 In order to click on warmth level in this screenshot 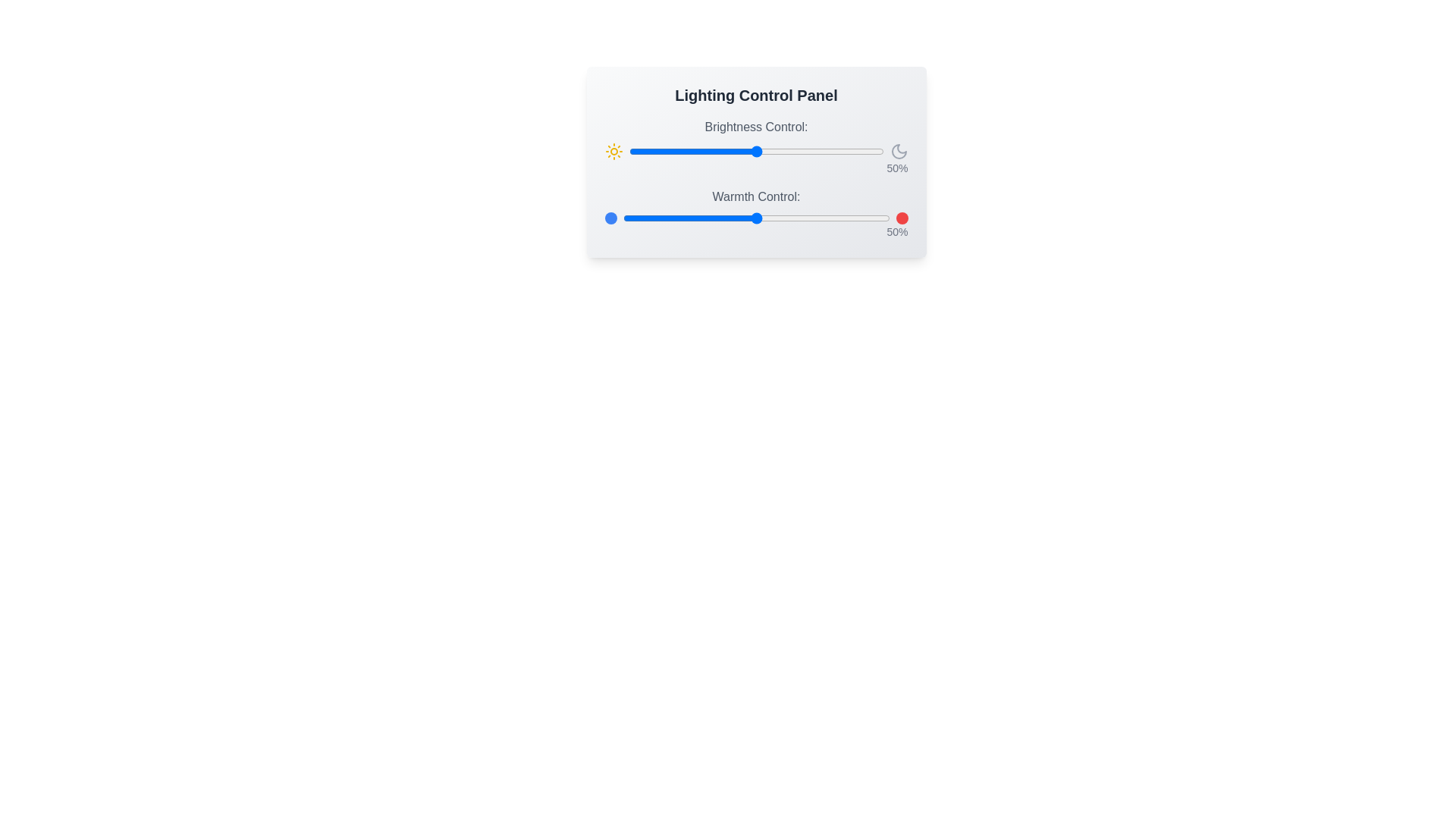, I will do `click(652, 218)`.